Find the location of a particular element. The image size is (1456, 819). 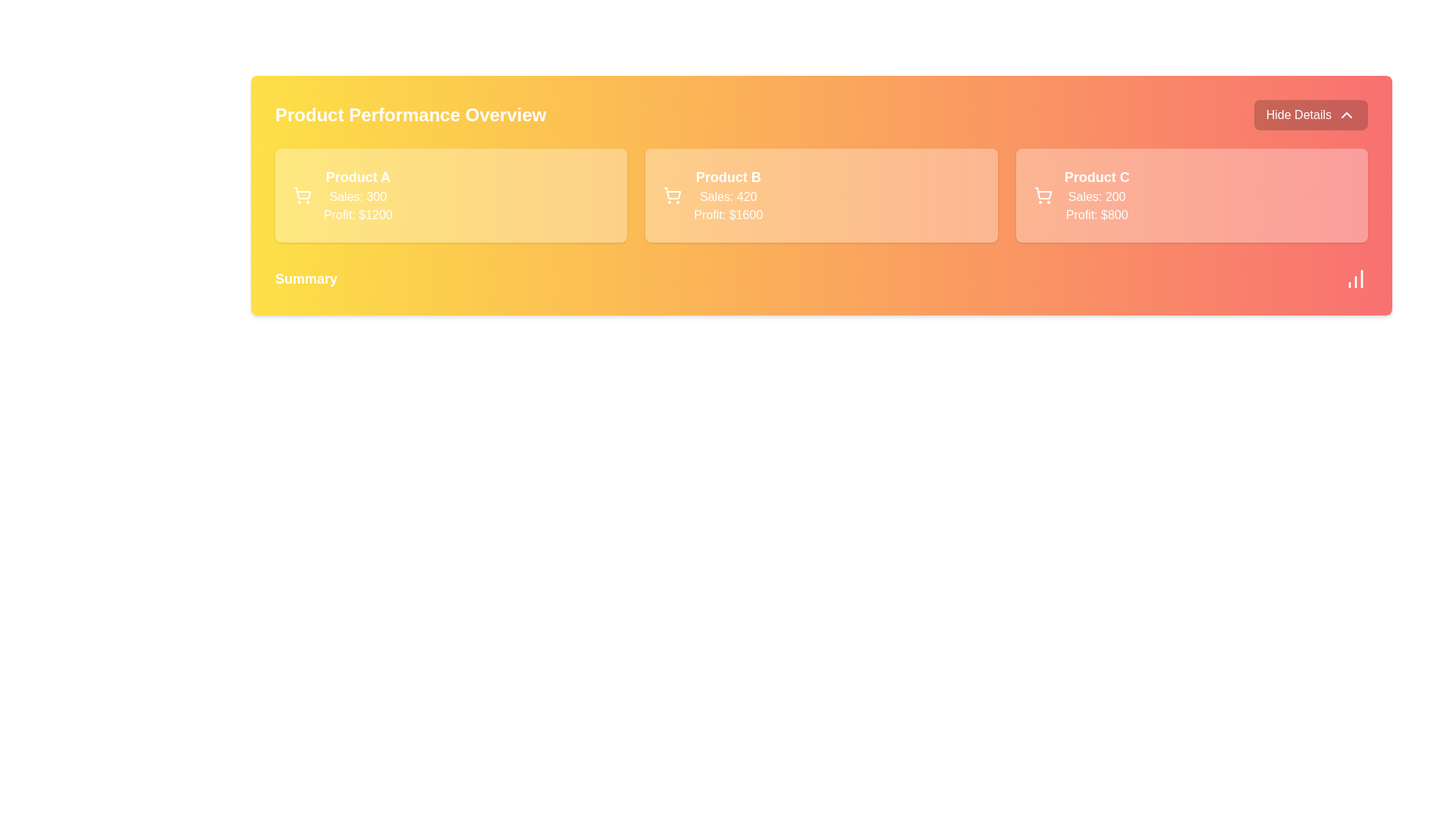

information displayed in the text block that contains 'Product A', 'Sales: 300', and 'Profit: $1200', which is on a soft yellow background and located in the first card of three horizontal cards is located at coordinates (357, 195).